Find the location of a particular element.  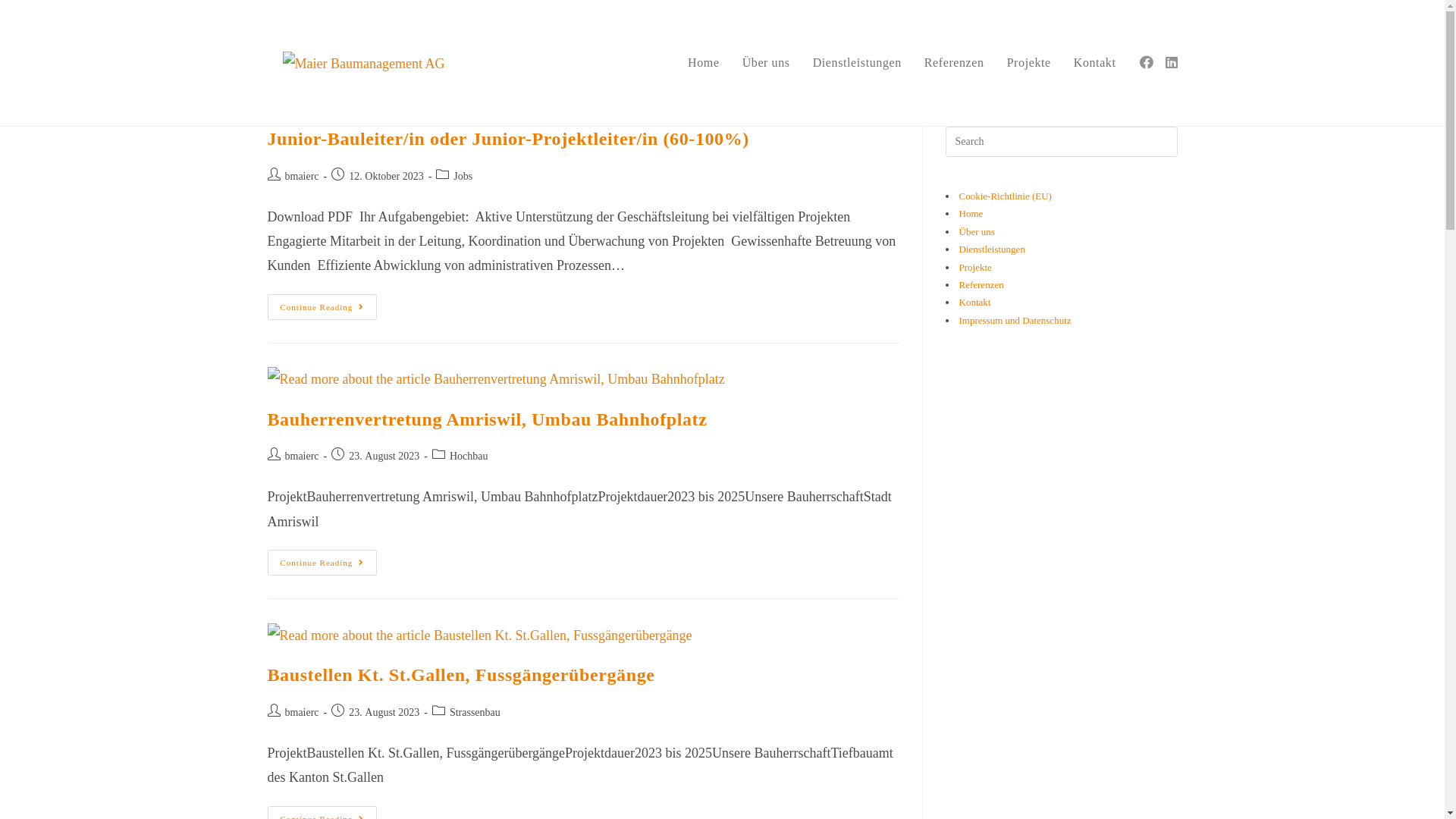

'Projekte' is located at coordinates (1029, 62).